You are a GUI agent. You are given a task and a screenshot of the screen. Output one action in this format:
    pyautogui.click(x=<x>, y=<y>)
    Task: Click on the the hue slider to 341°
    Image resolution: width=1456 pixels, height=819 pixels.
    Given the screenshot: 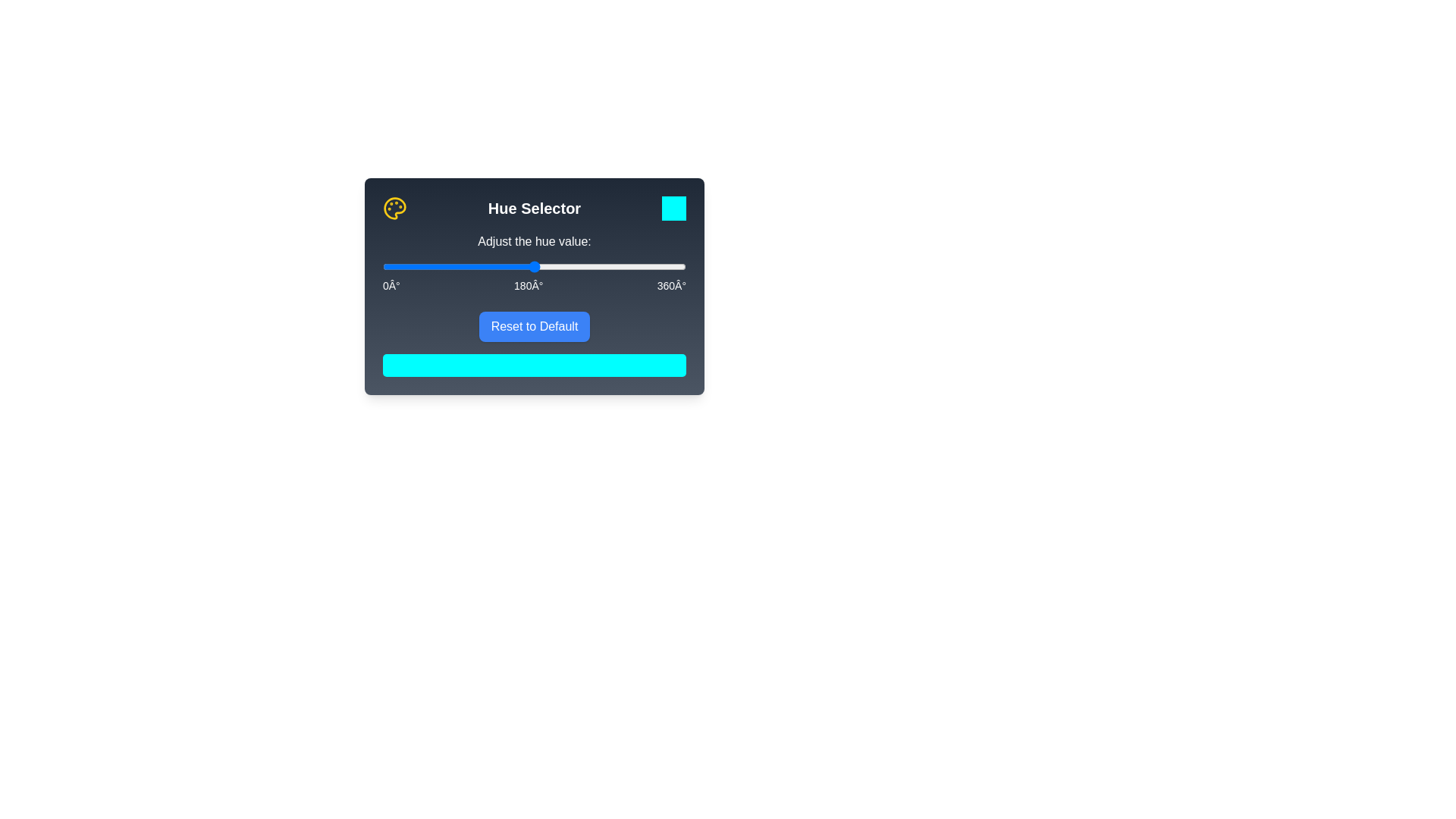 What is the action you would take?
    pyautogui.click(x=669, y=265)
    